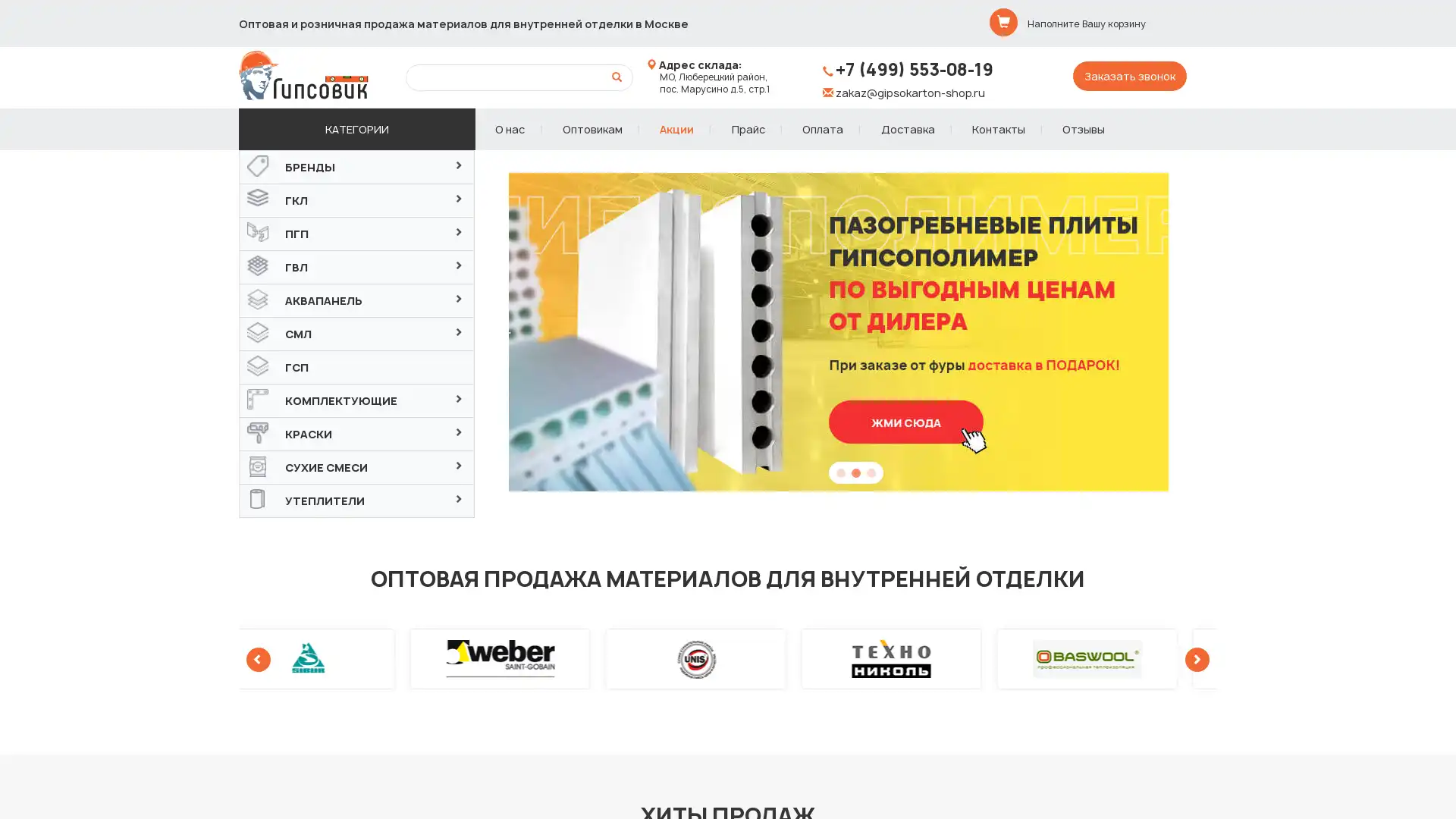  What do you see at coordinates (839, 475) in the screenshot?
I see `1` at bounding box center [839, 475].